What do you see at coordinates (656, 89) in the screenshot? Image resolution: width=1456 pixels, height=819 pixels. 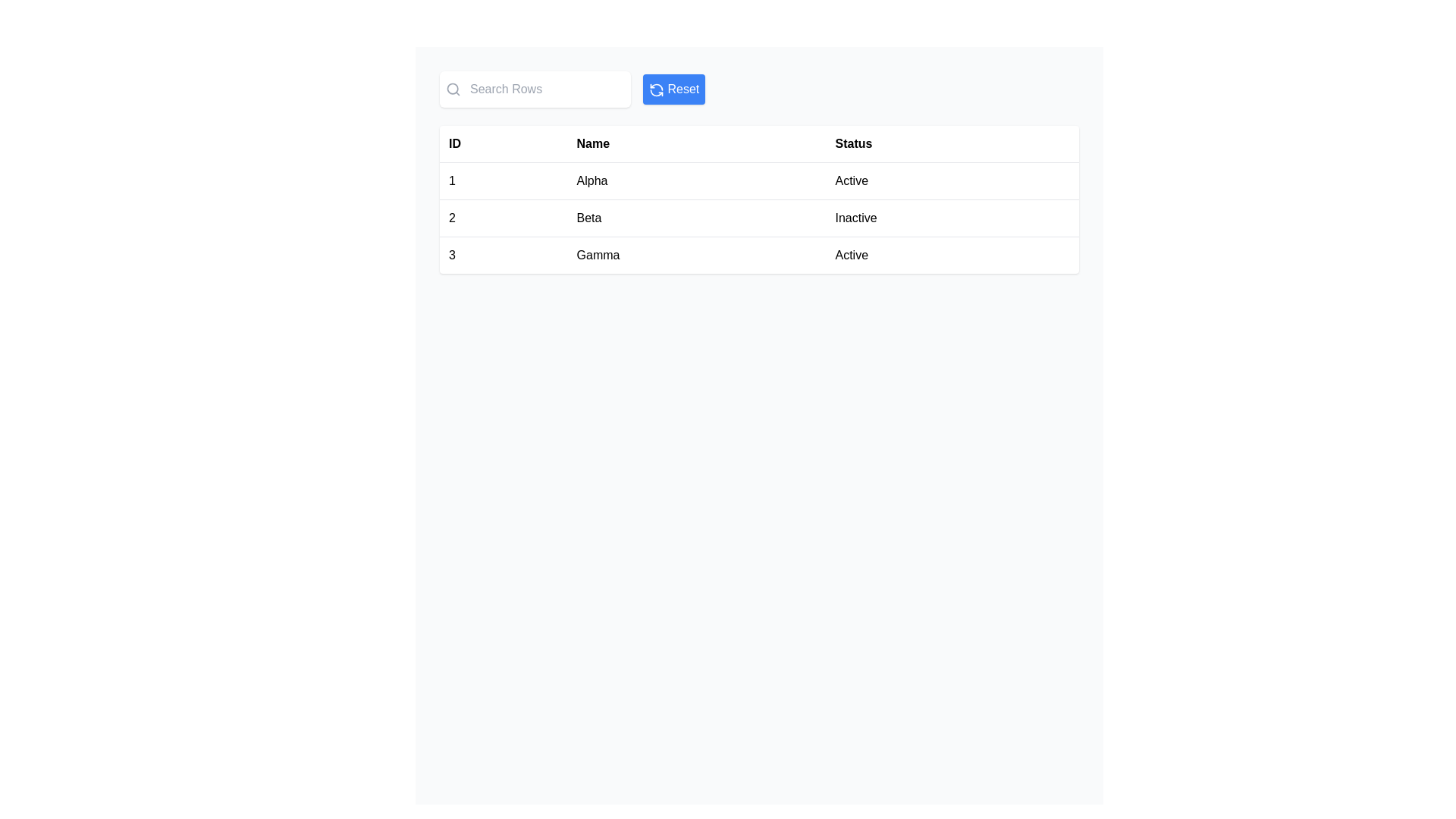 I see `the center of the refresh icon styled as a circular arrow located within the blue 'Reset' button` at bounding box center [656, 89].